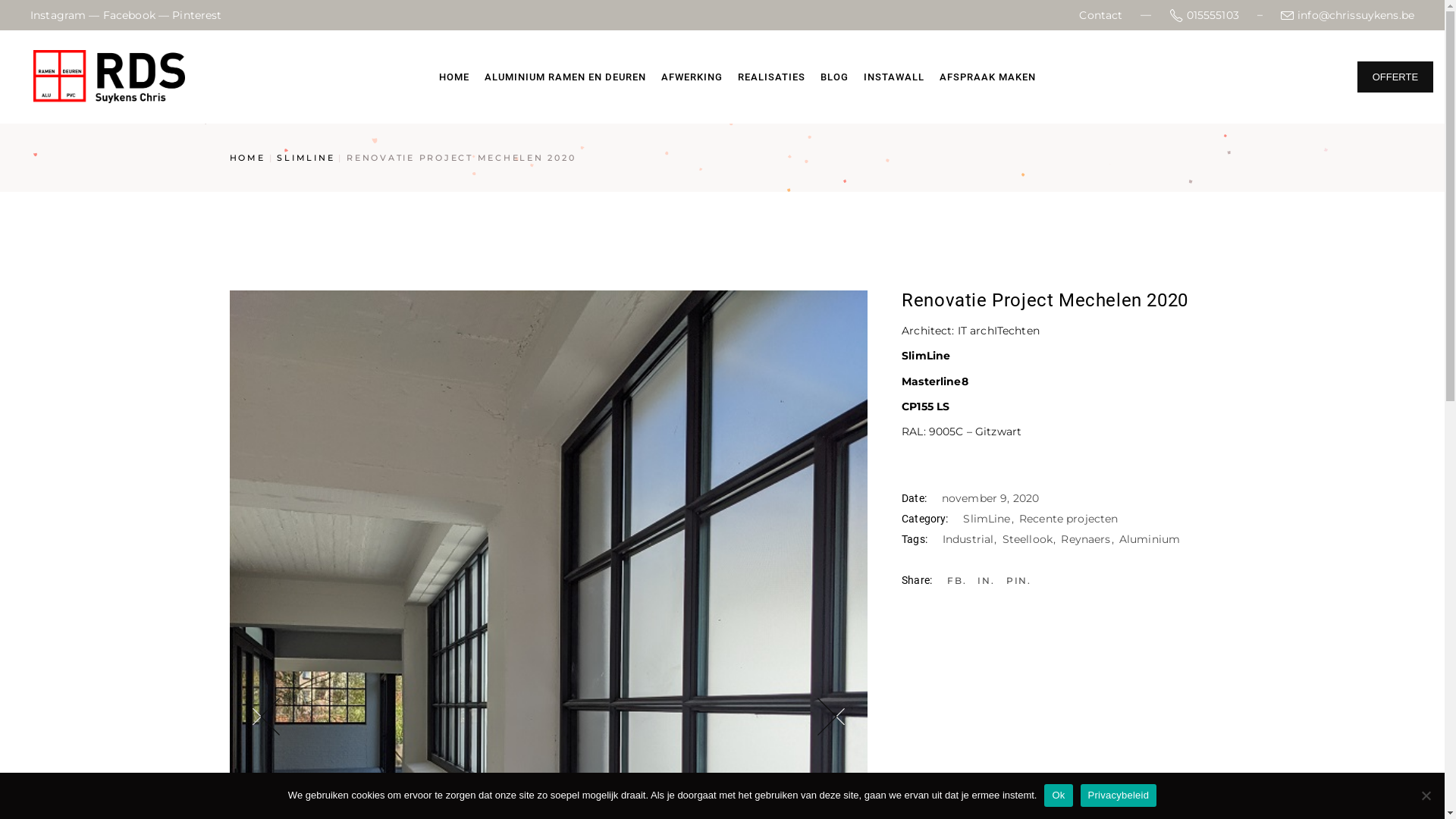  Describe the element at coordinates (1087, 538) in the screenshot. I see `'Reynaers'` at that location.